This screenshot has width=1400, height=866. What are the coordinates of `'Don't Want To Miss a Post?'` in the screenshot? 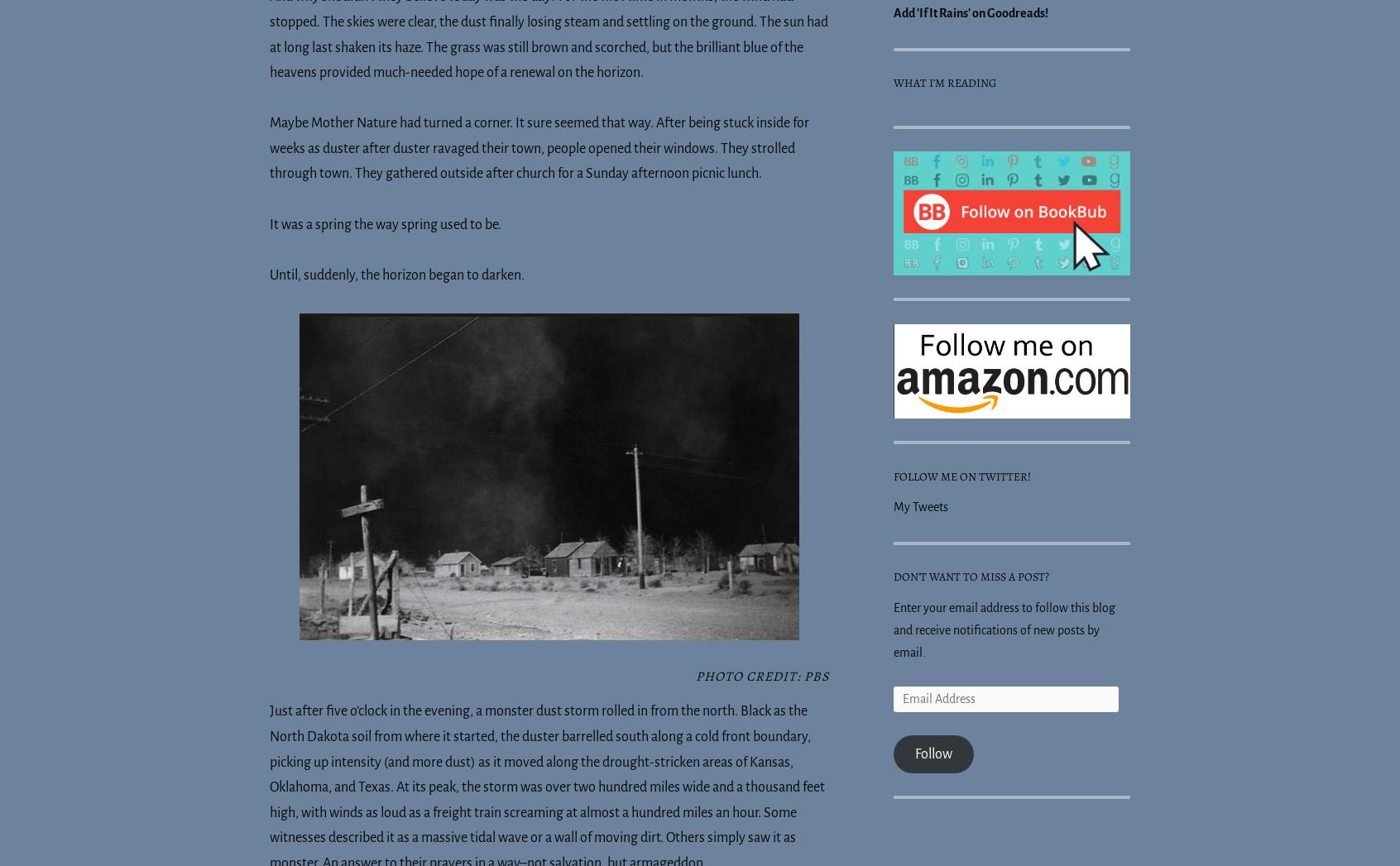 It's located at (971, 575).